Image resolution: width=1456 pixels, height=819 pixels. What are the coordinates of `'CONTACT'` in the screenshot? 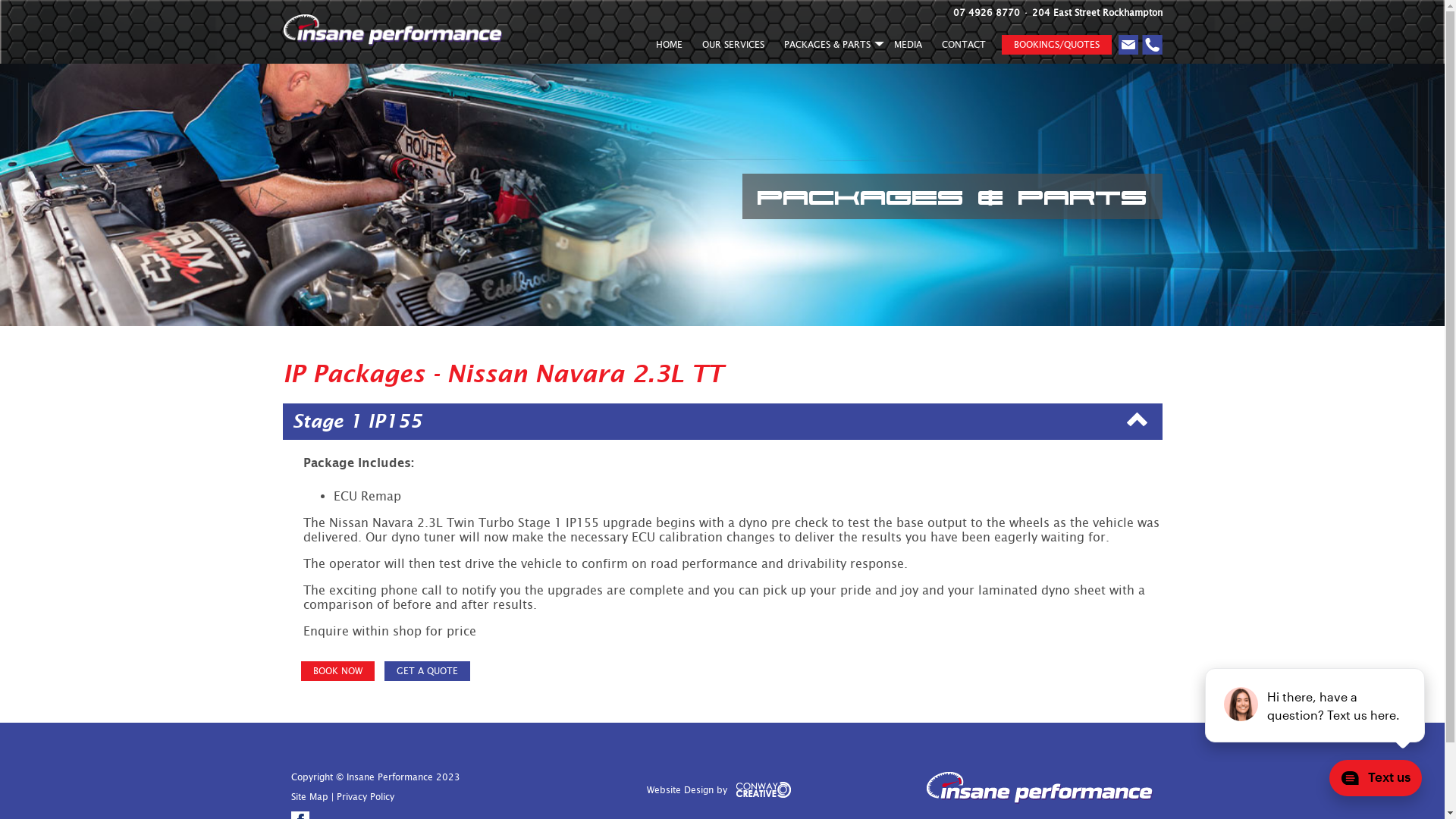 It's located at (930, 46).